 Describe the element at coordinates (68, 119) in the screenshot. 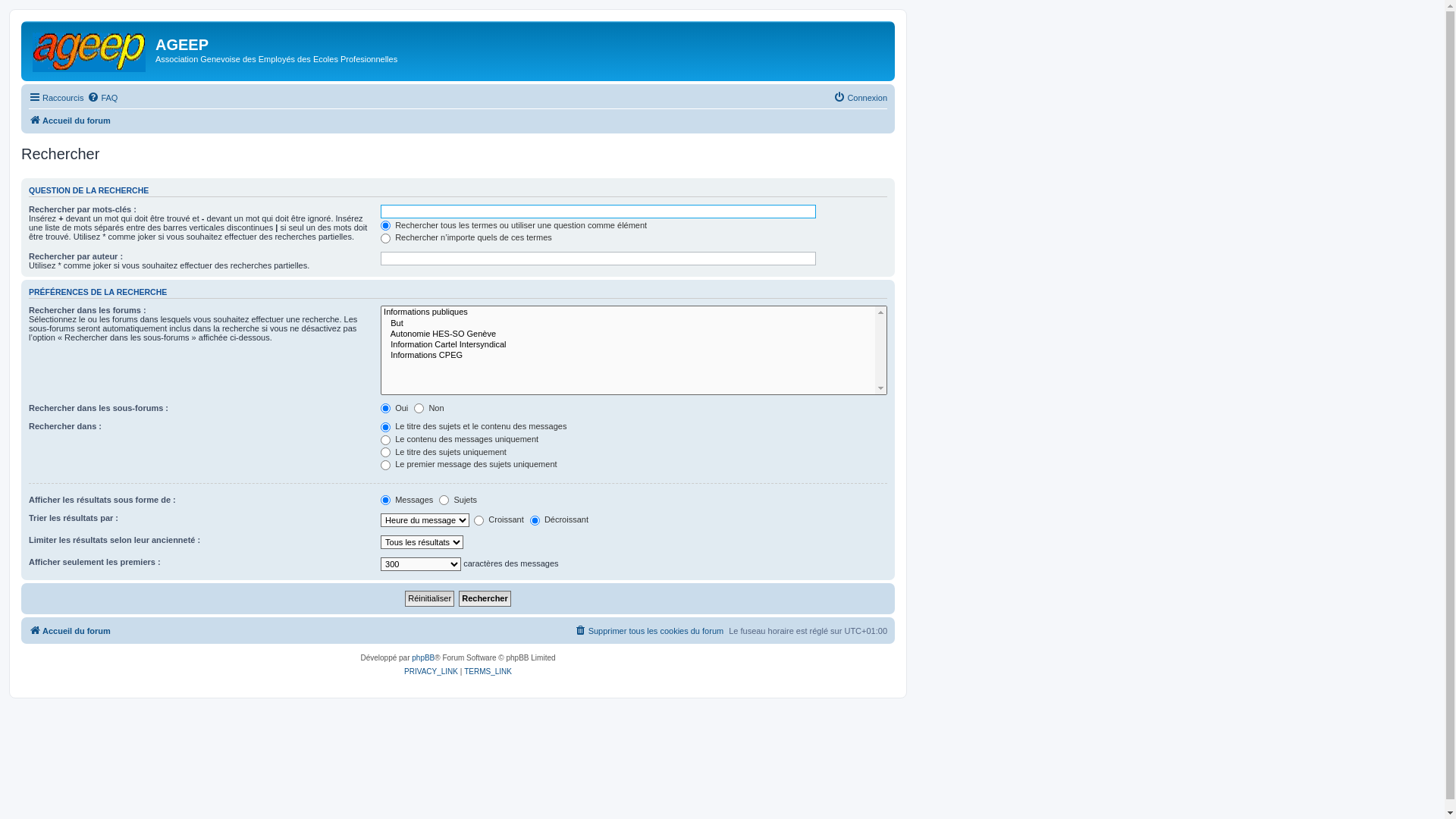

I see `'Accueil du forum'` at that location.